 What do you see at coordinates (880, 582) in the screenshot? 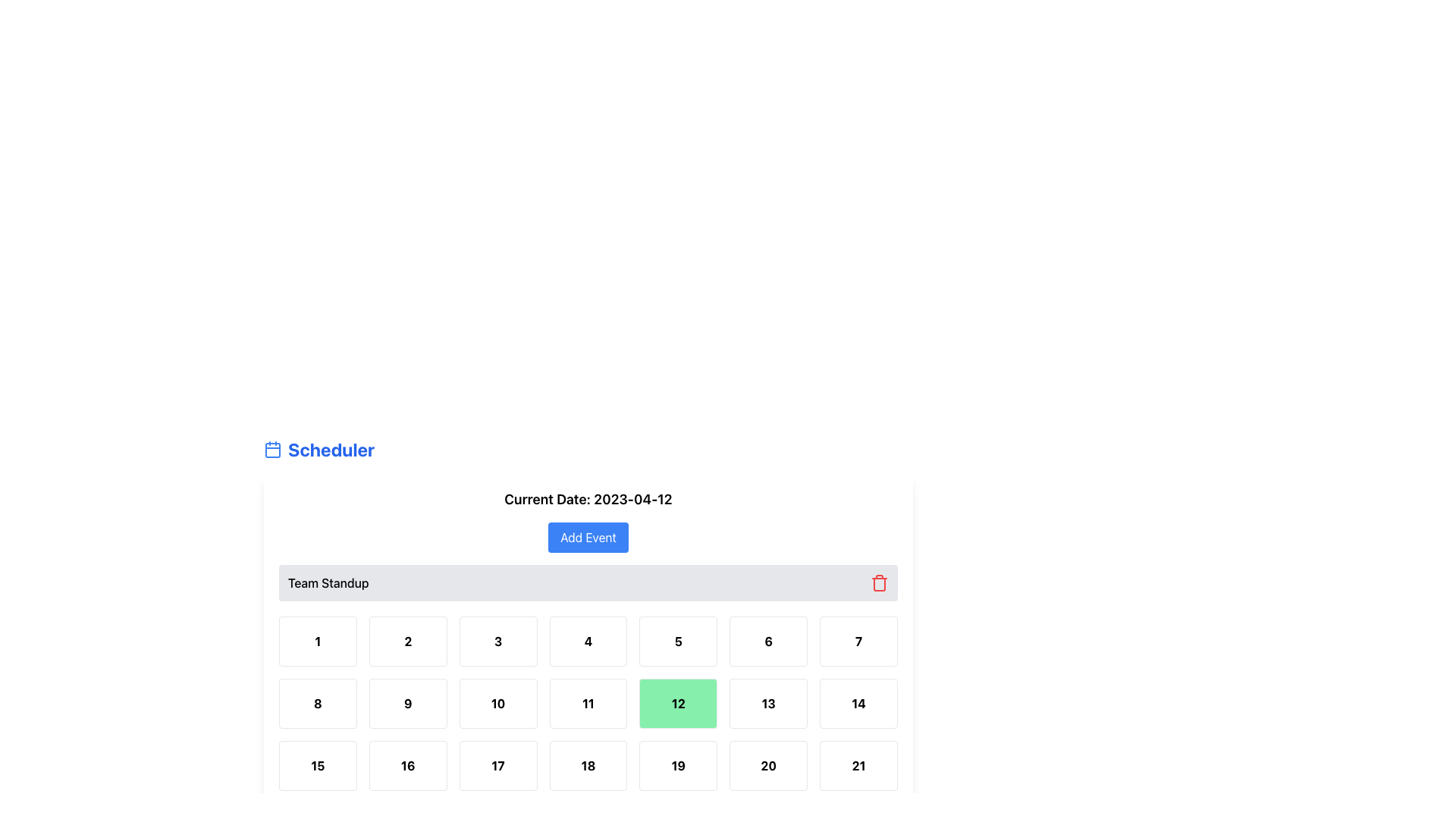
I see `the delete icon button located in the rightmost area of the horizontal bar labeled 'Team Standup'` at bounding box center [880, 582].